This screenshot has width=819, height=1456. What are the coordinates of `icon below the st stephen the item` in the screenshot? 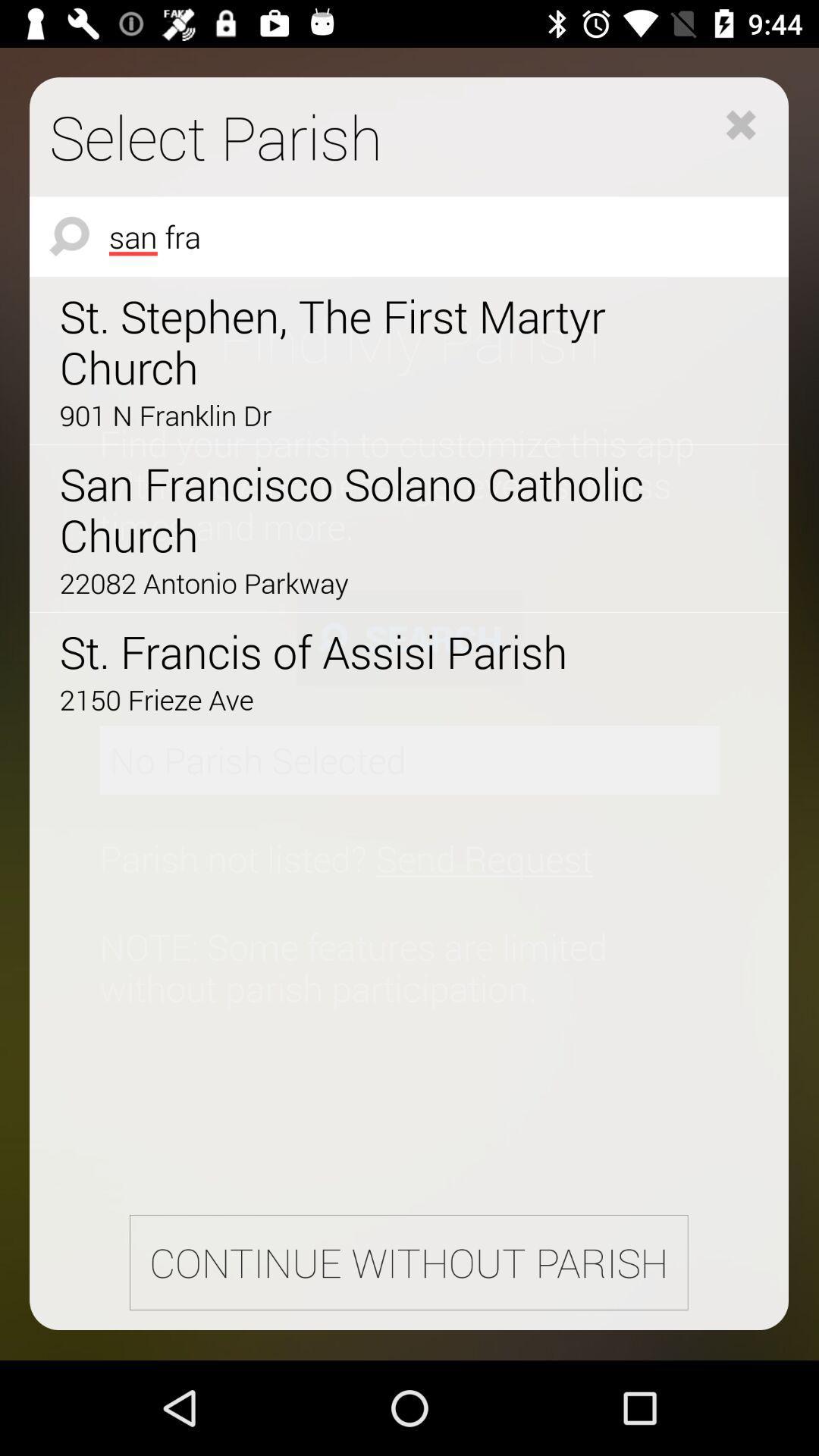 It's located at (366, 415).